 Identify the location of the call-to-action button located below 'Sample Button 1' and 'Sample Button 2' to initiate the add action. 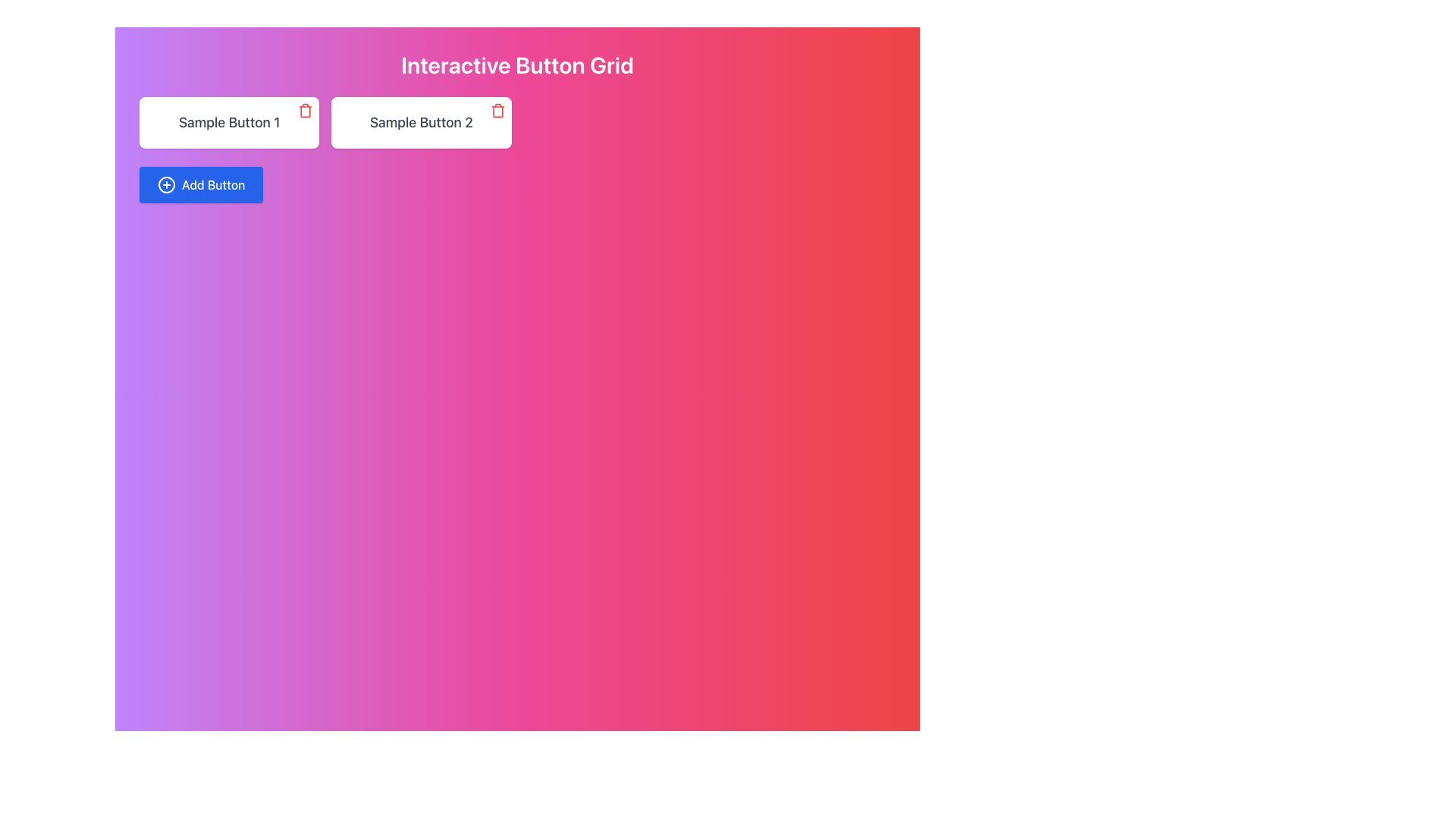
(199, 184).